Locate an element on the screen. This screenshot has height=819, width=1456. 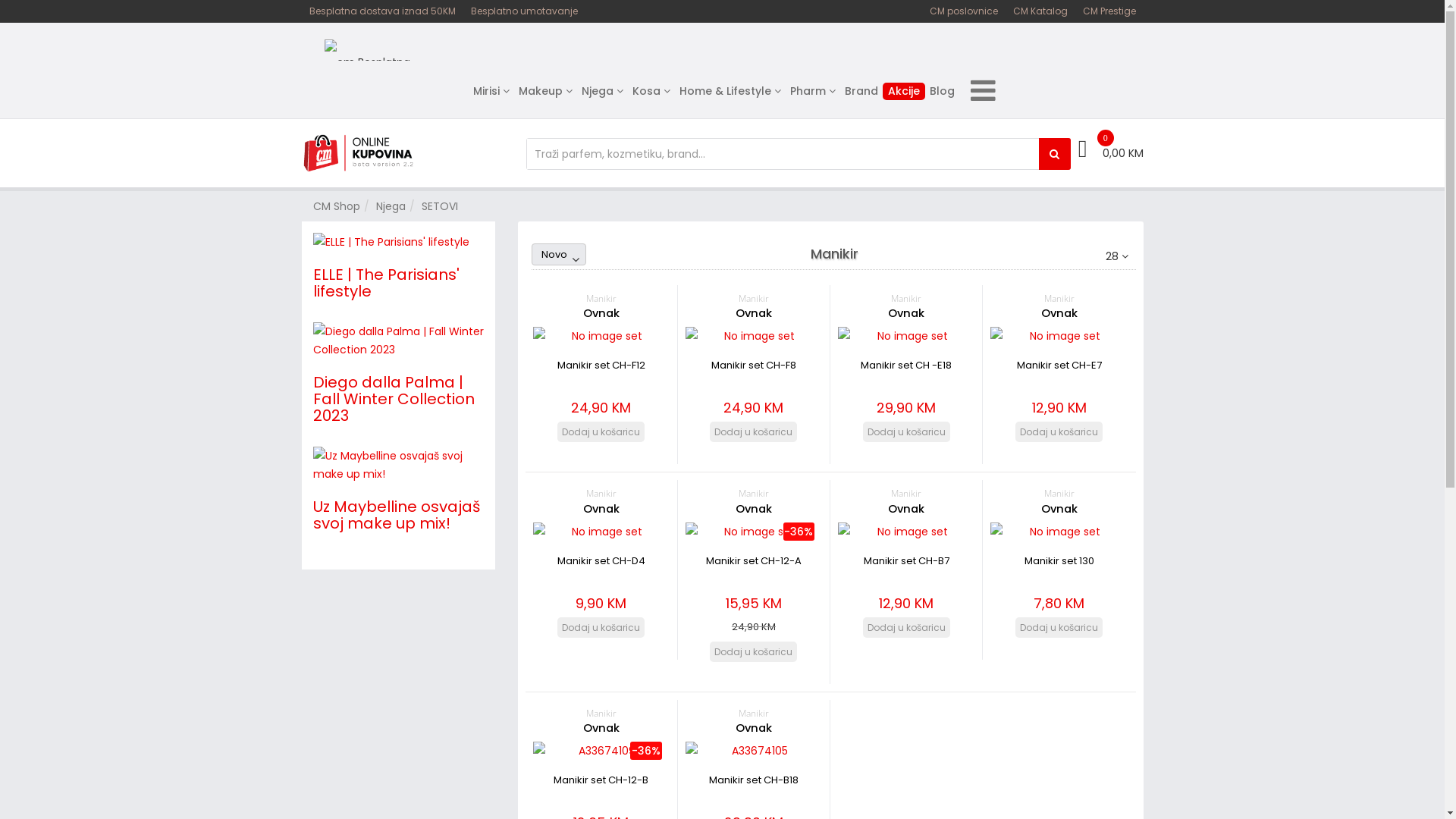
'Kosa' is located at coordinates (651, 91).